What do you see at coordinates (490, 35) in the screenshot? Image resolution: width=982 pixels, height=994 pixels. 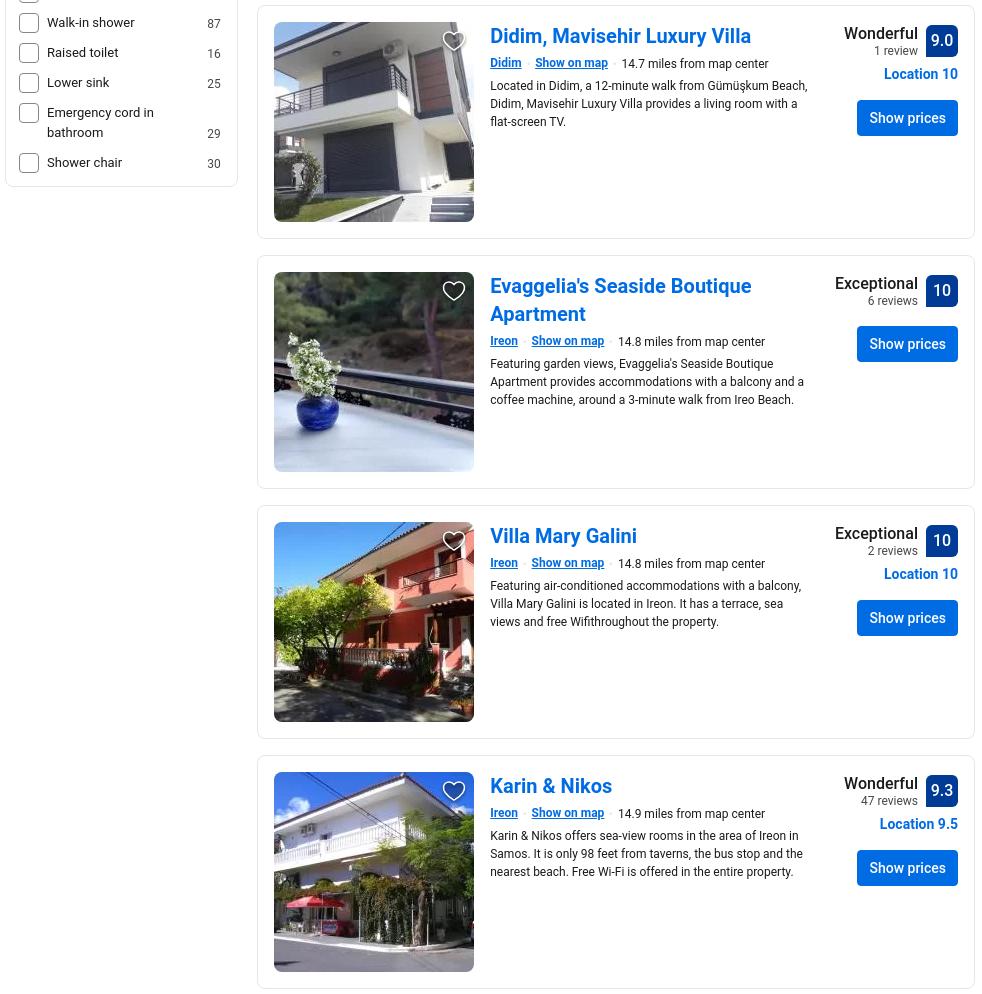 I see `'Didim, Mavisehir Luxury Villa'` at bounding box center [490, 35].